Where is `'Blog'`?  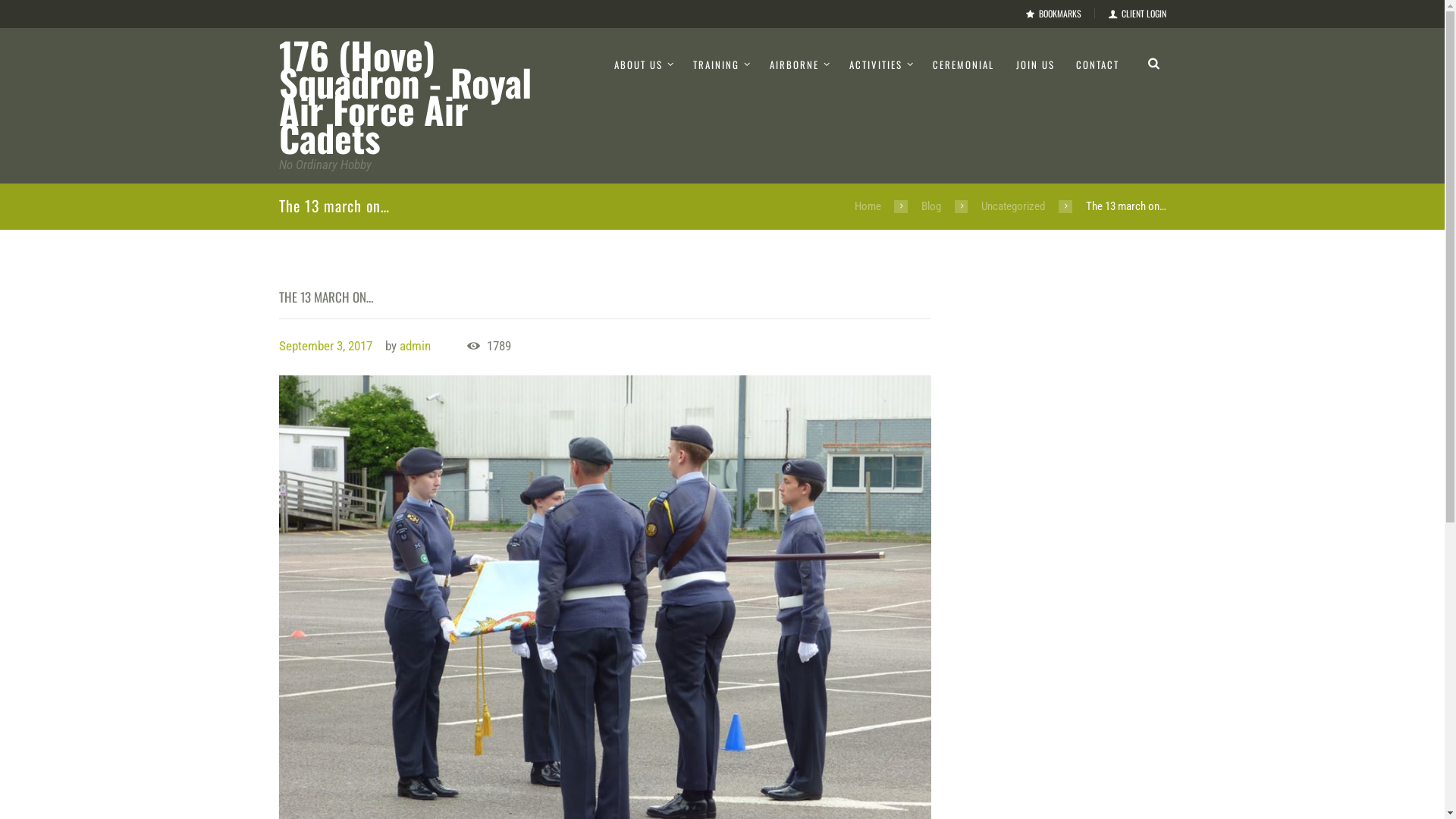
'Blog' is located at coordinates (920, 206).